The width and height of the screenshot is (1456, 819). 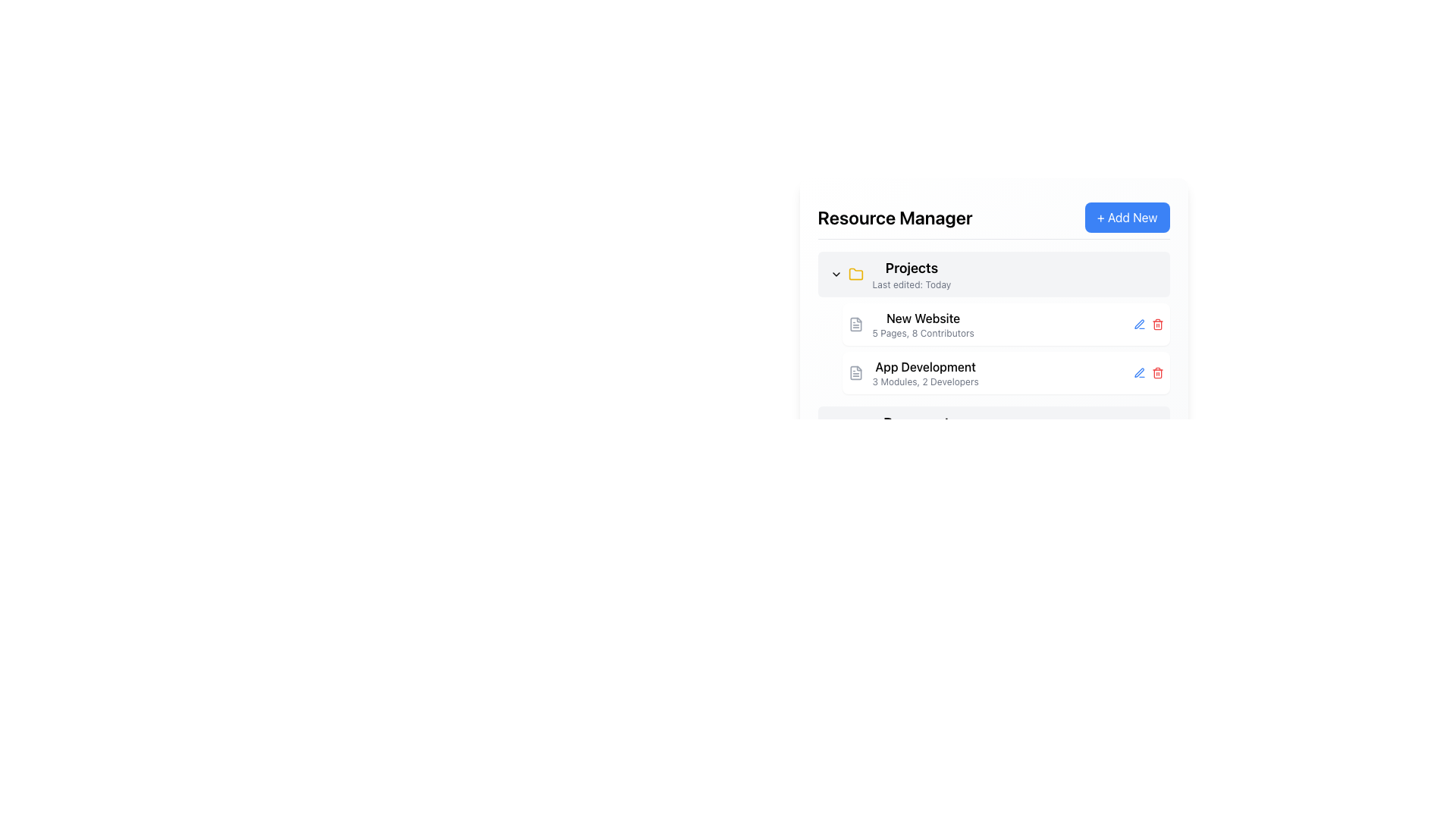 I want to click on the text display that reads '3 Modules, 2 Developers', which is styled with a smaller gray font and located directly below the bolded text 'App Development', so click(x=924, y=381).